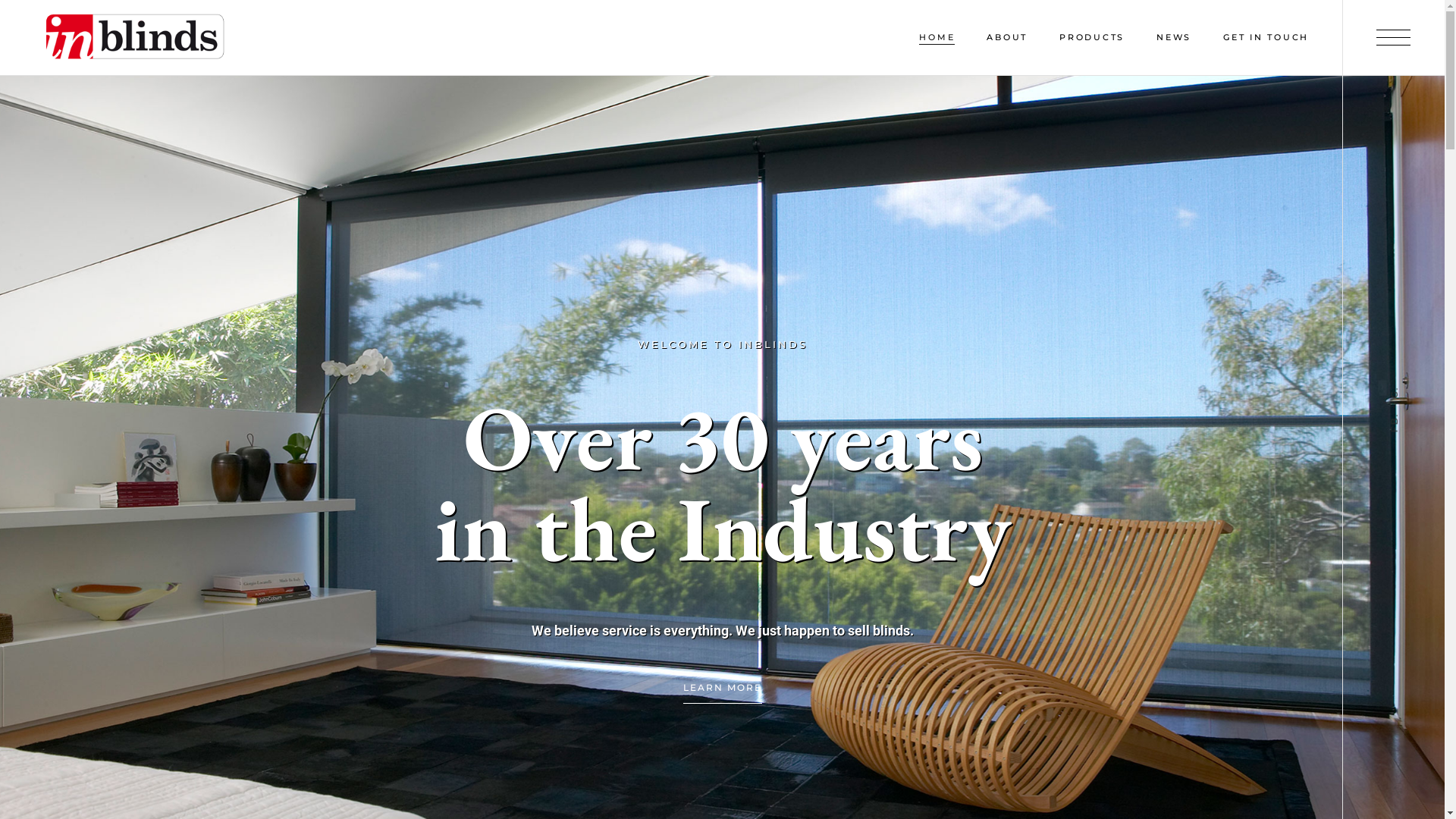 Image resolution: width=1456 pixels, height=819 pixels. What do you see at coordinates (1398, 418) in the screenshot?
I see `'FB.'` at bounding box center [1398, 418].